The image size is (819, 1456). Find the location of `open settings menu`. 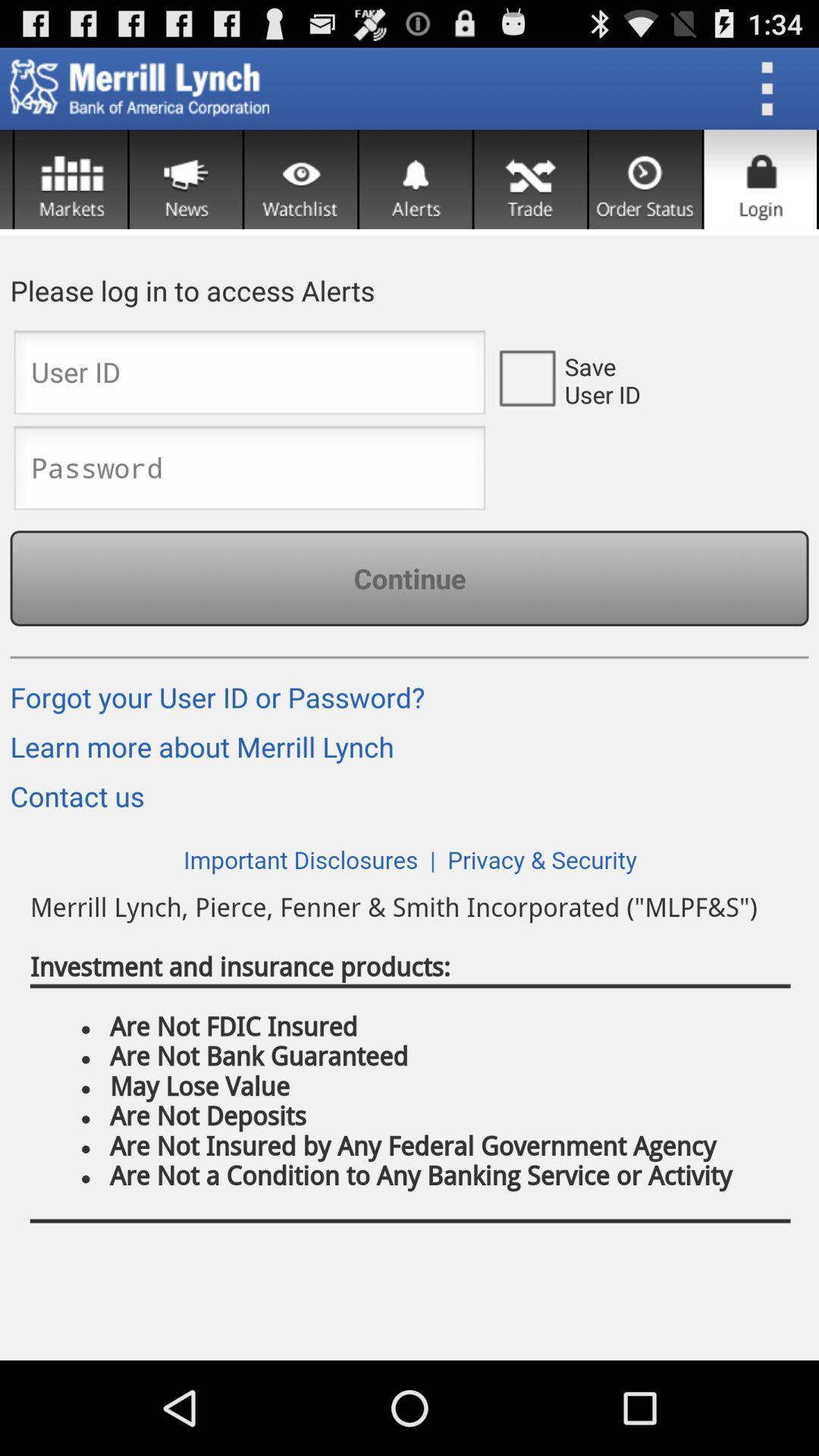

open settings menu is located at coordinates (772, 87).